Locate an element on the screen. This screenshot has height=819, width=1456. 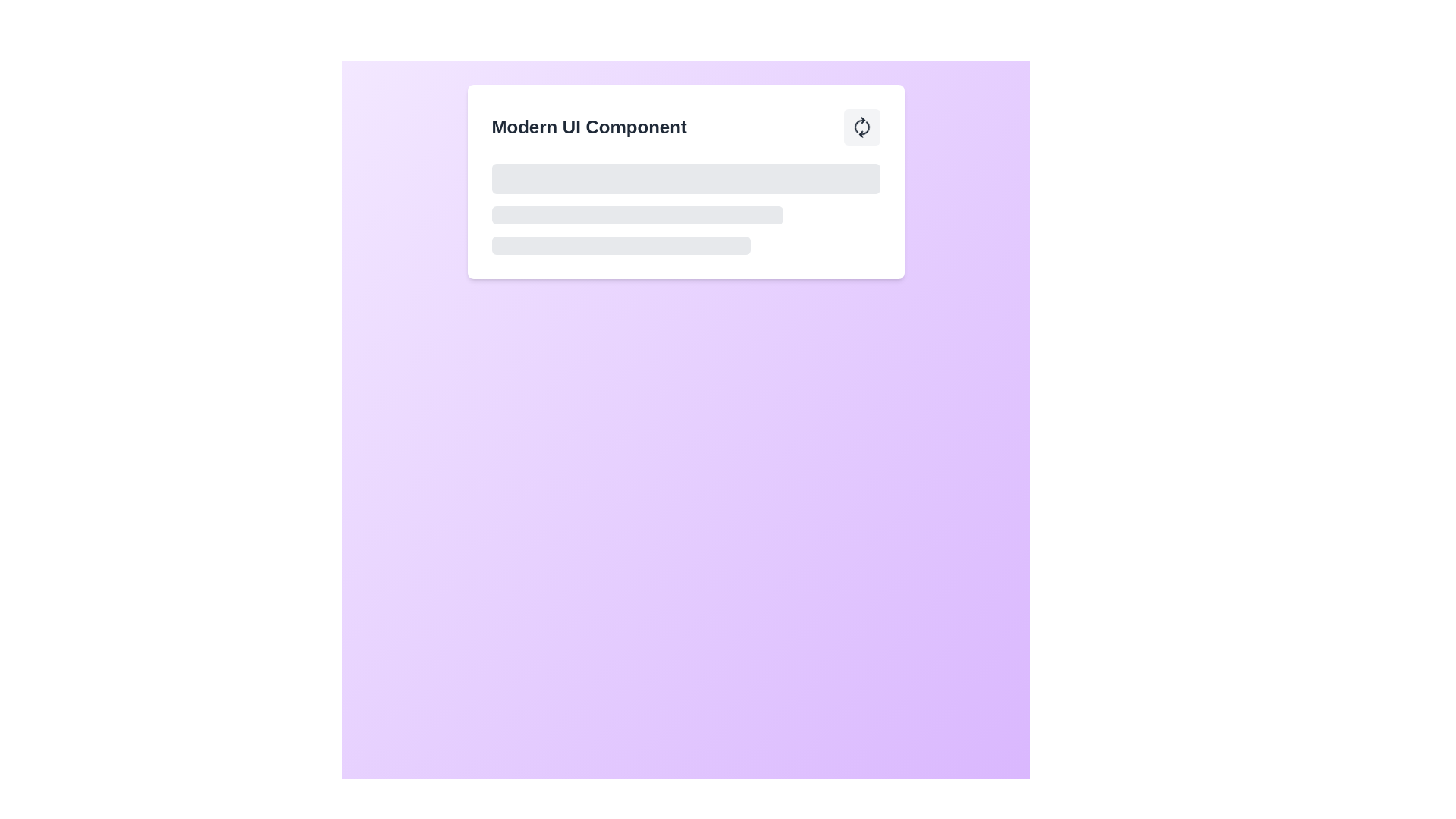
the circular refresh icon with a dark gray color and an animate-spin effect located in the top-right area of the card titled 'Modern UI Component' is located at coordinates (861, 127).